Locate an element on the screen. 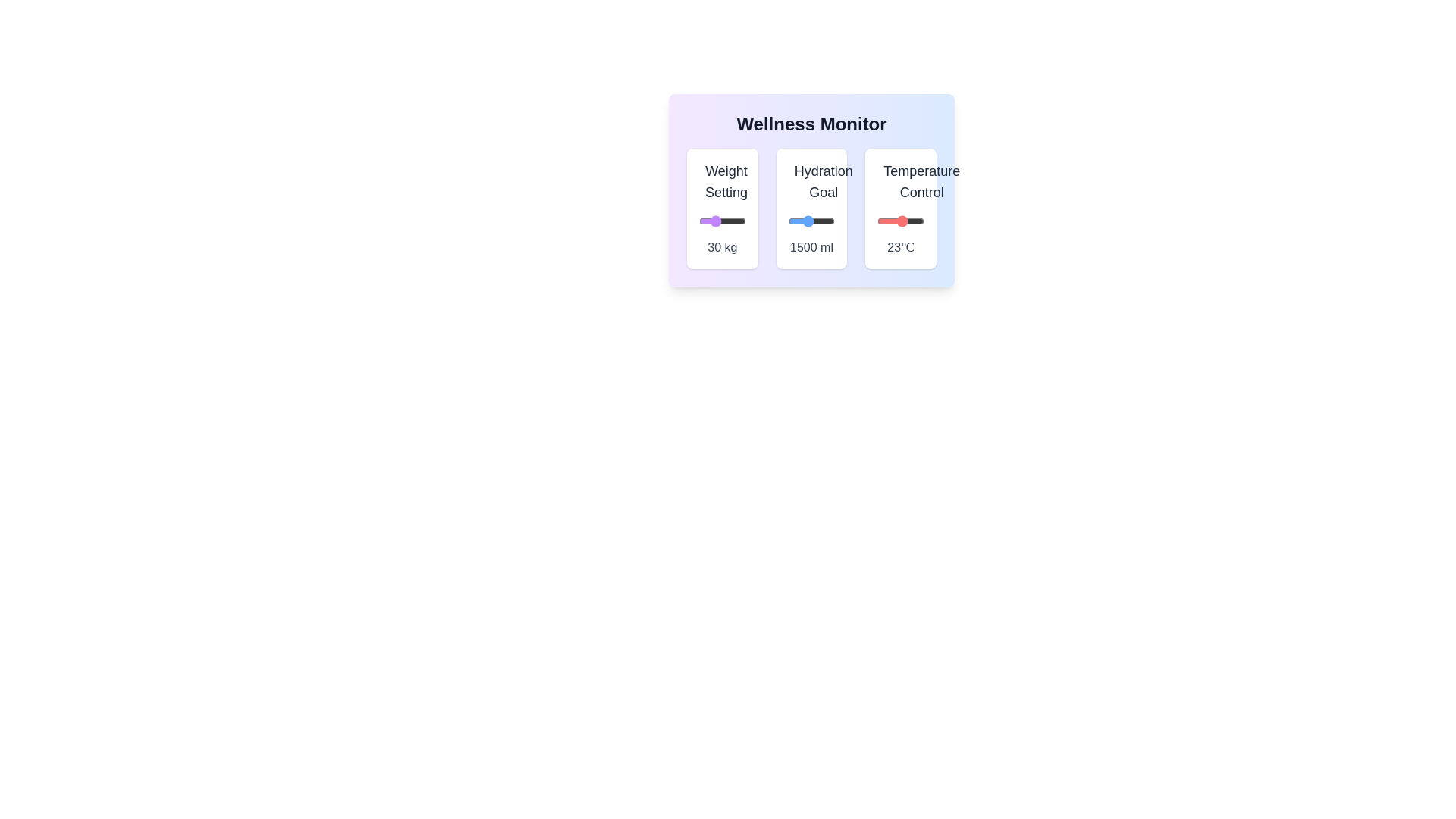 The image size is (1456, 819). the weight setting is located at coordinates (700, 221).